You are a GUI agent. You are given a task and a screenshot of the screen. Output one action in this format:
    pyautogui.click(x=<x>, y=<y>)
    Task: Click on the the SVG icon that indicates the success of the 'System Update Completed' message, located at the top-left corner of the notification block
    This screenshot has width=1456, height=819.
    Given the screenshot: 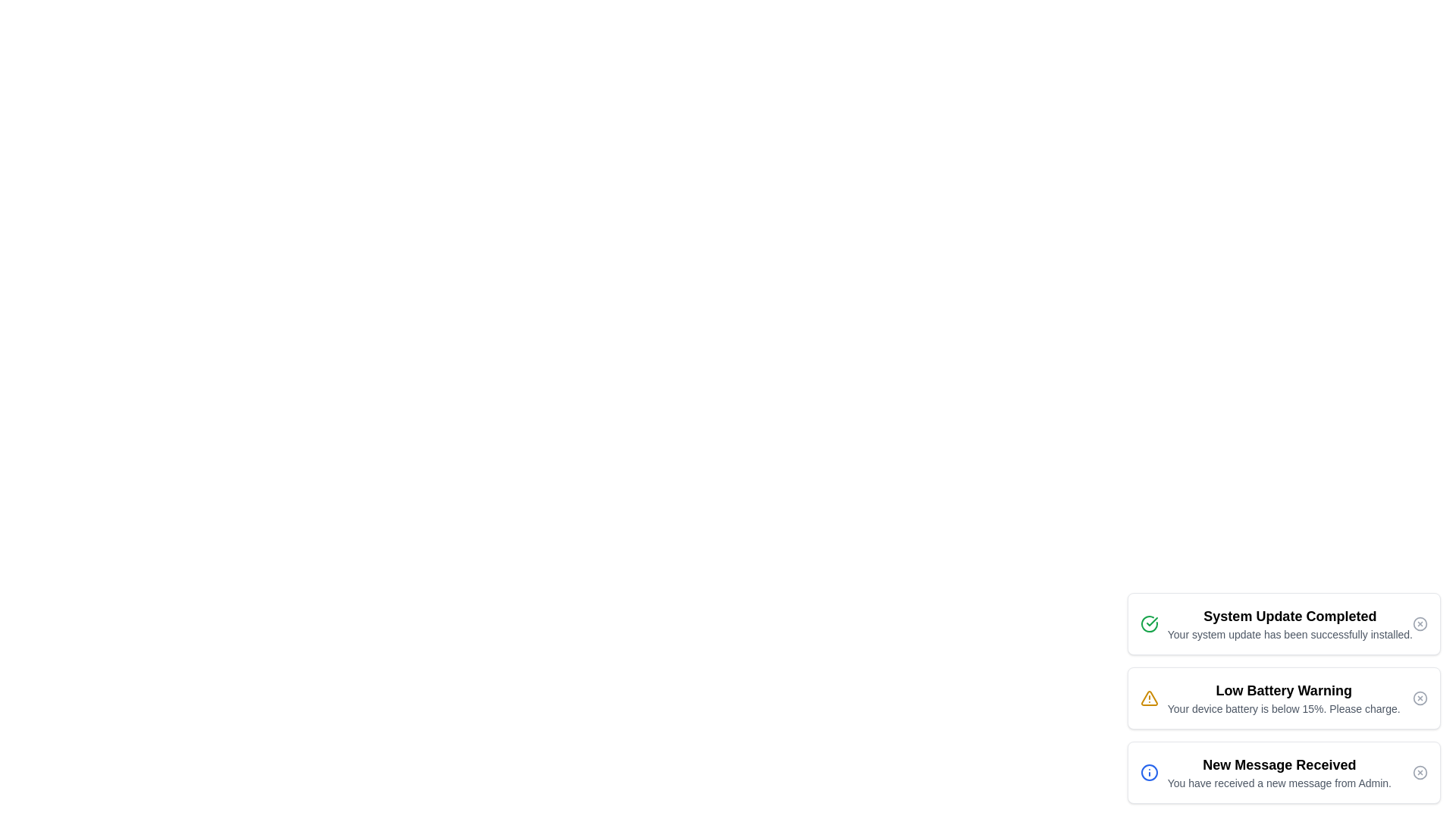 What is the action you would take?
    pyautogui.click(x=1149, y=623)
    